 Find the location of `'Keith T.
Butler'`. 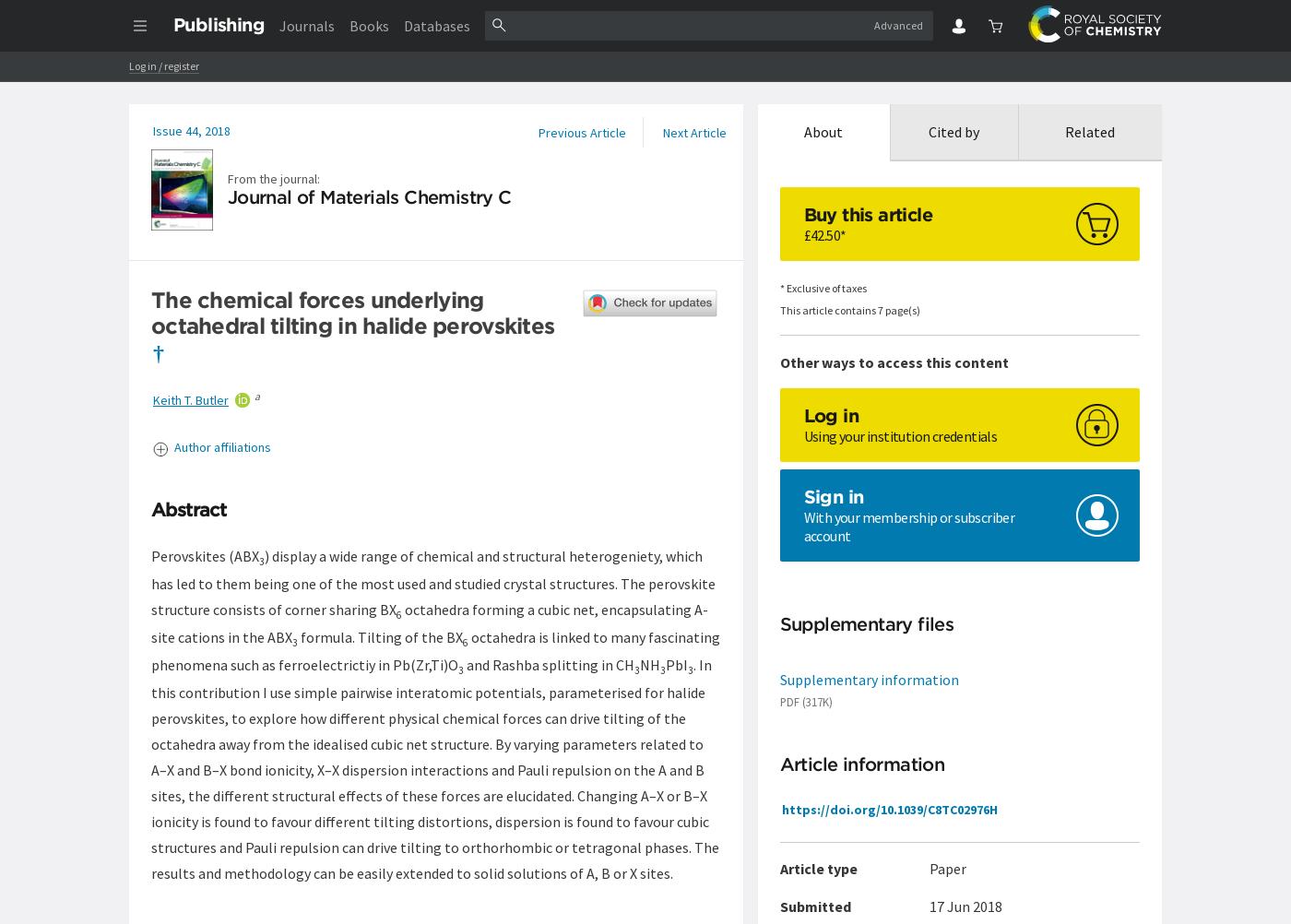

'Keith T.
Butler' is located at coordinates (191, 398).